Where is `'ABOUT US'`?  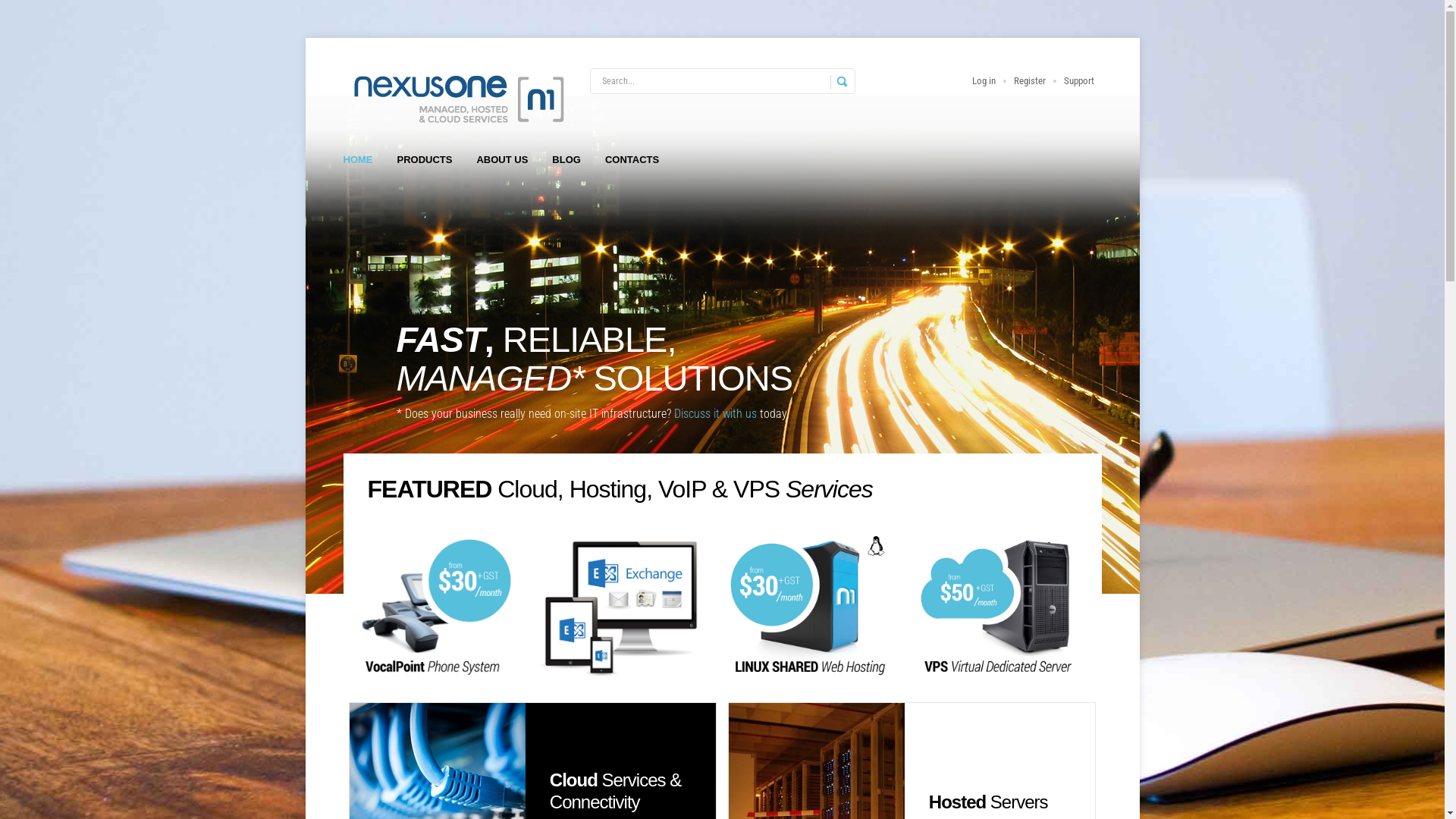 'ABOUT US' is located at coordinates (502, 160).